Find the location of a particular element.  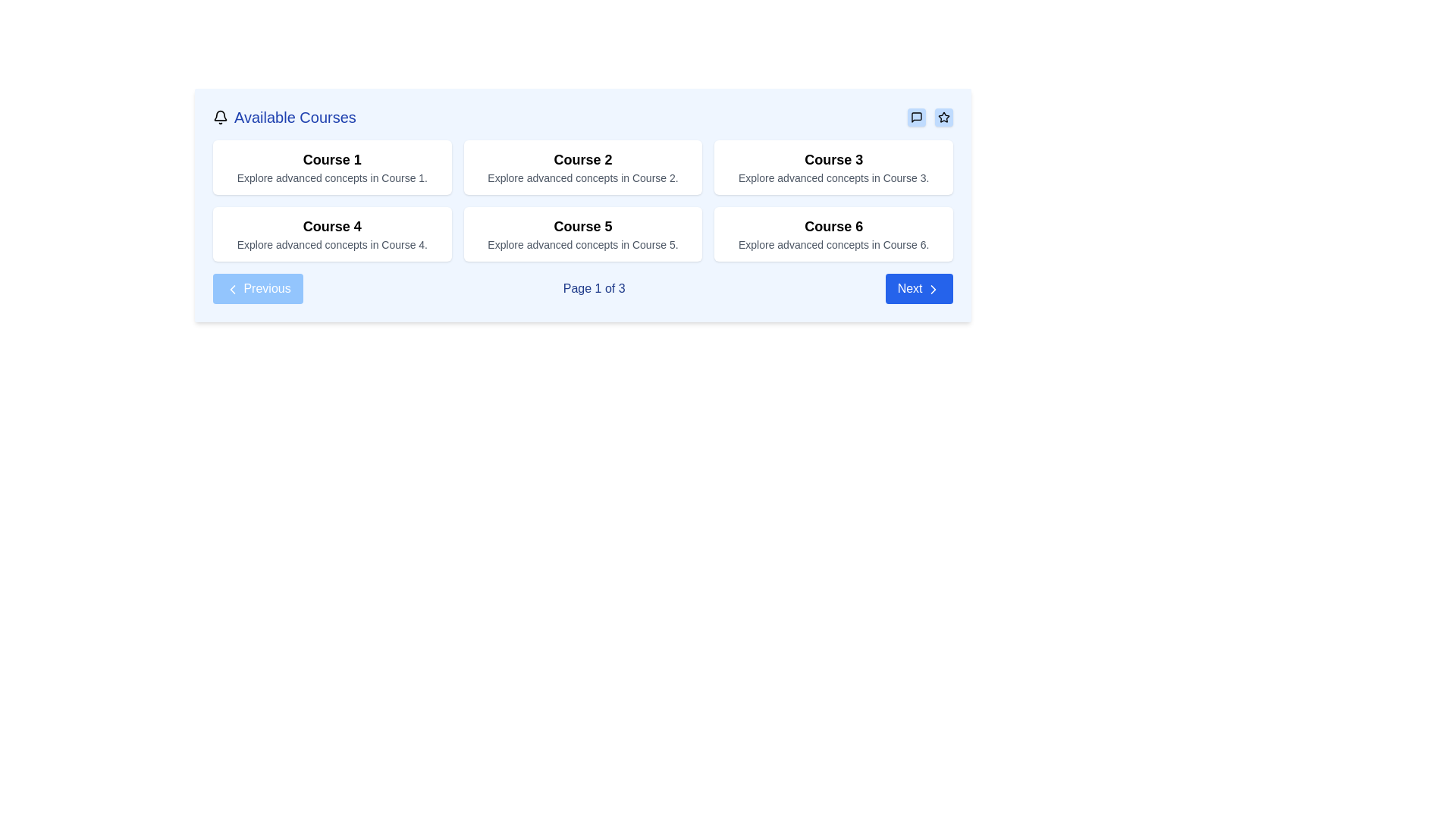

the star icon with a blue background located in the top-right corner of the interface is located at coordinates (943, 116).